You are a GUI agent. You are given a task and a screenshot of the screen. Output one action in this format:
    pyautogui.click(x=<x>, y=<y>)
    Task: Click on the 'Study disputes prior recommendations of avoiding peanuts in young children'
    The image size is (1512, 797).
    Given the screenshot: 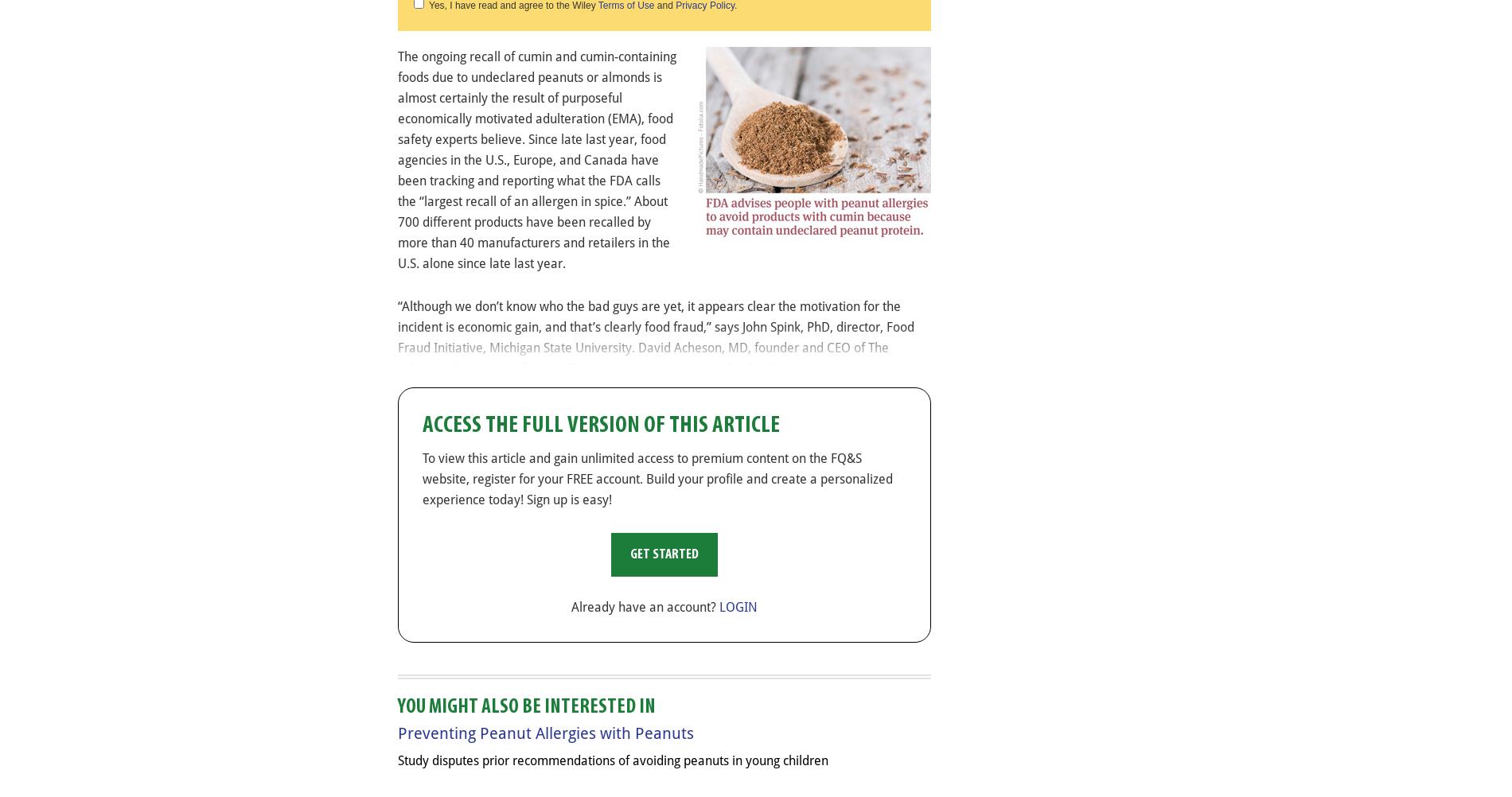 What is the action you would take?
    pyautogui.click(x=398, y=760)
    